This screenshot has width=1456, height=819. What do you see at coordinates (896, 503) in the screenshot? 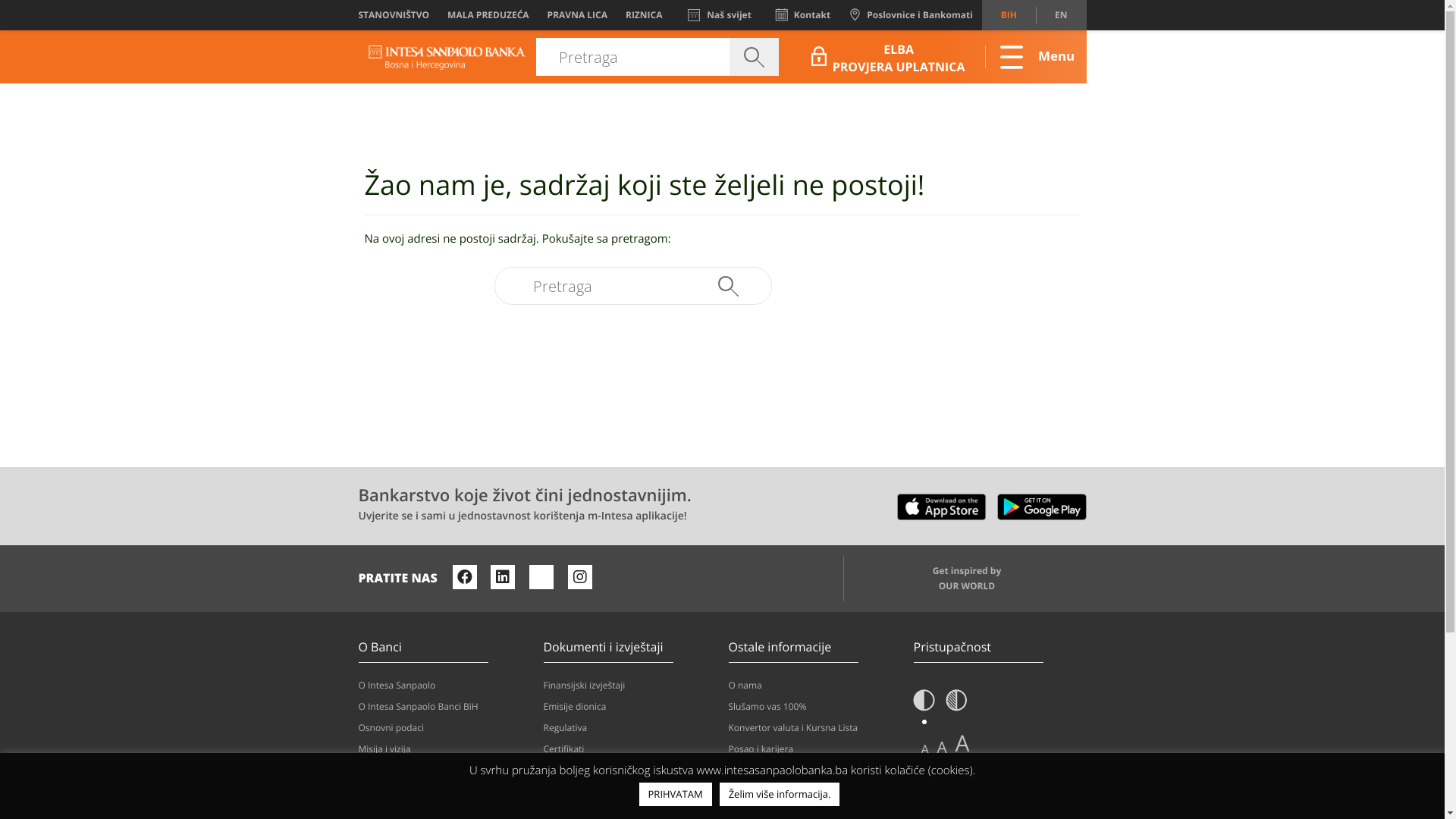
I see `'App store link'` at bounding box center [896, 503].